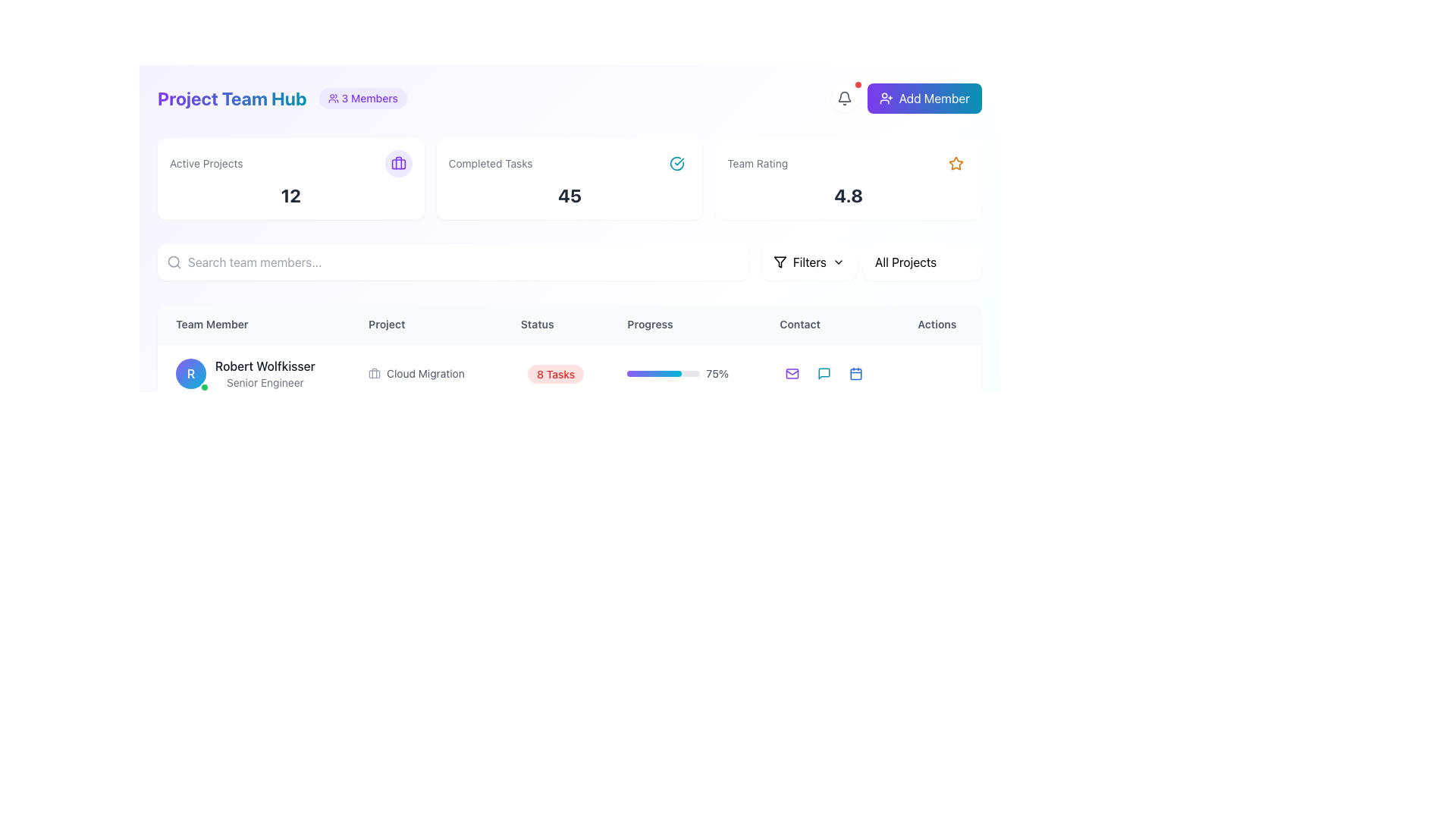 This screenshot has height=819, width=1456. Describe the element at coordinates (664, 431) in the screenshot. I see `the Horizontal Progress Bar representing 60% completion of the 'Cloud Migration' project in the Progress column` at that location.